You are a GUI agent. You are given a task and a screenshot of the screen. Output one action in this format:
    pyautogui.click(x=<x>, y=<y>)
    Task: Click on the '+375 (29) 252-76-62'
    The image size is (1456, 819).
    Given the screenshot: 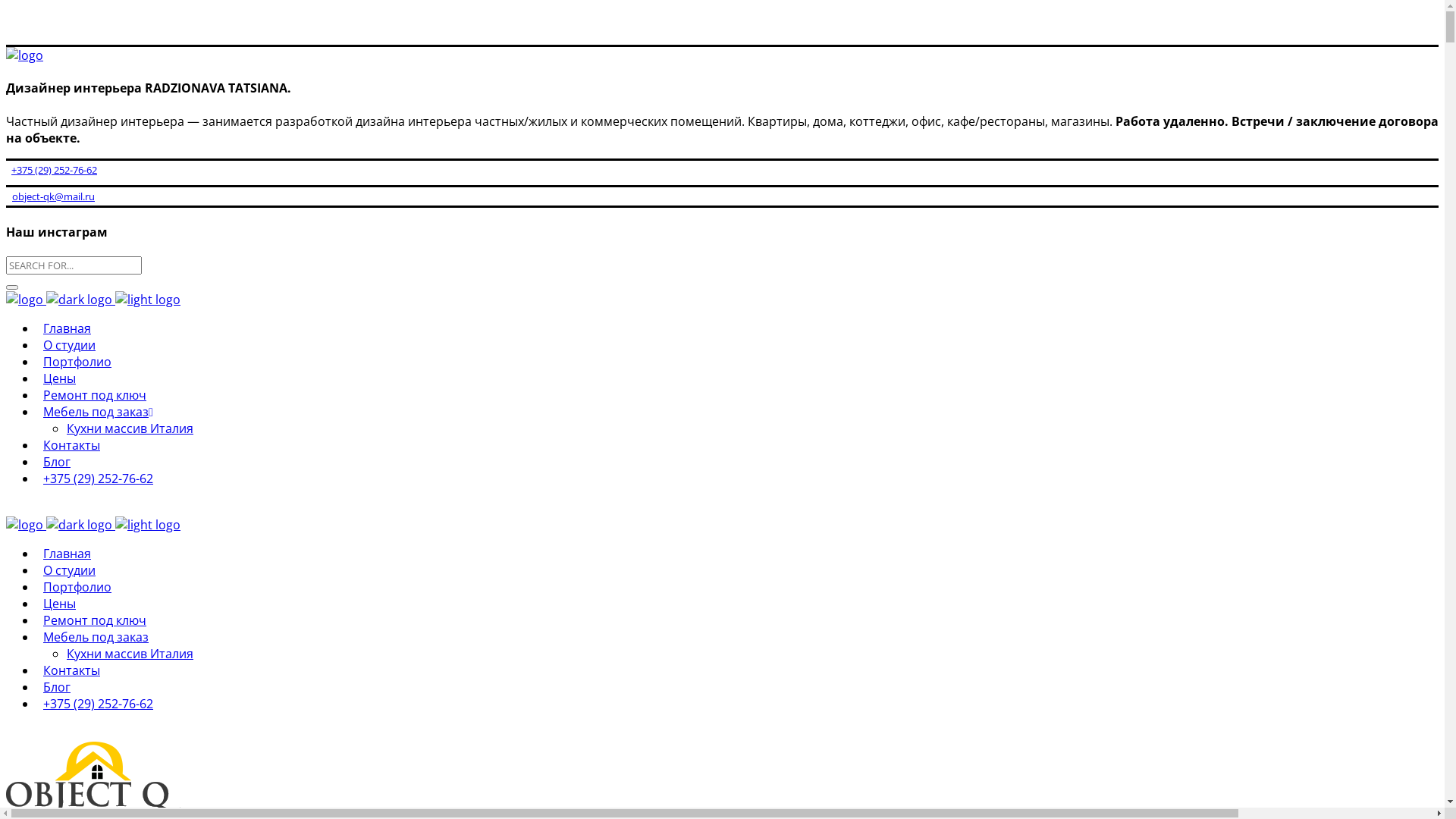 What is the action you would take?
    pyautogui.click(x=36, y=479)
    